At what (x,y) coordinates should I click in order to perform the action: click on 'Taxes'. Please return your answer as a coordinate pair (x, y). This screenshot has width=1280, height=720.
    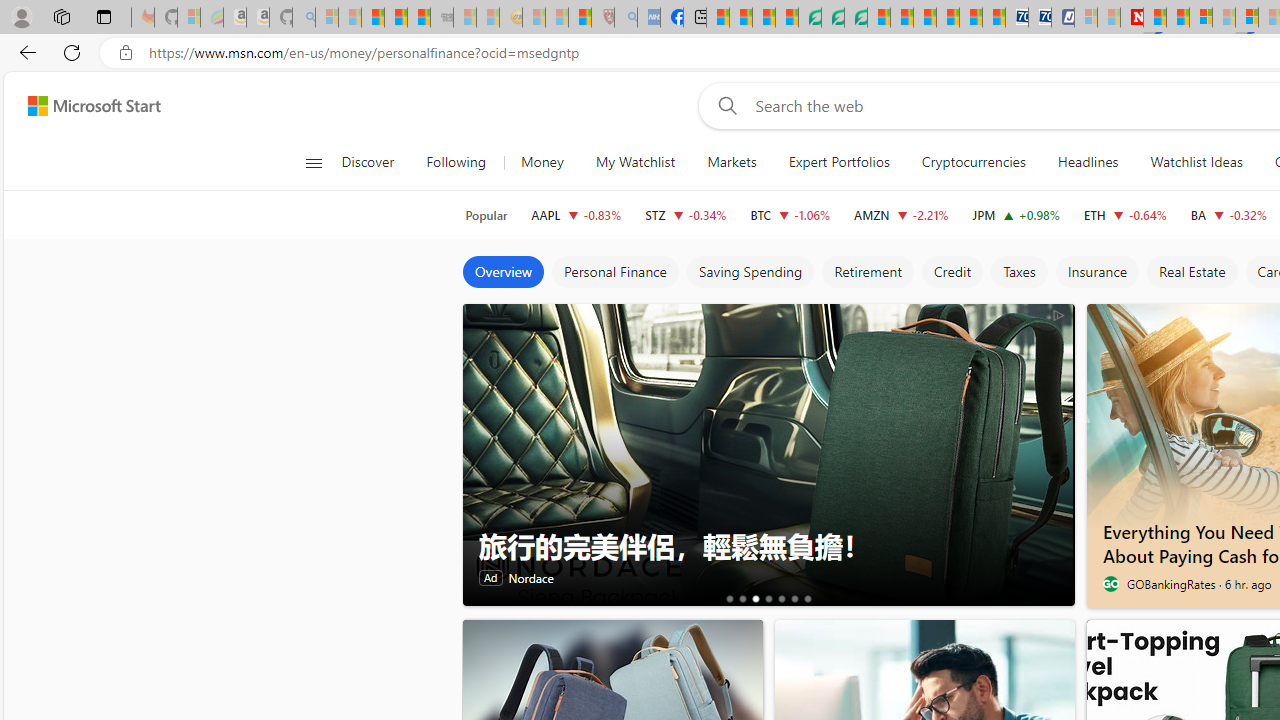
    Looking at the image, I should click on (1018, 272).